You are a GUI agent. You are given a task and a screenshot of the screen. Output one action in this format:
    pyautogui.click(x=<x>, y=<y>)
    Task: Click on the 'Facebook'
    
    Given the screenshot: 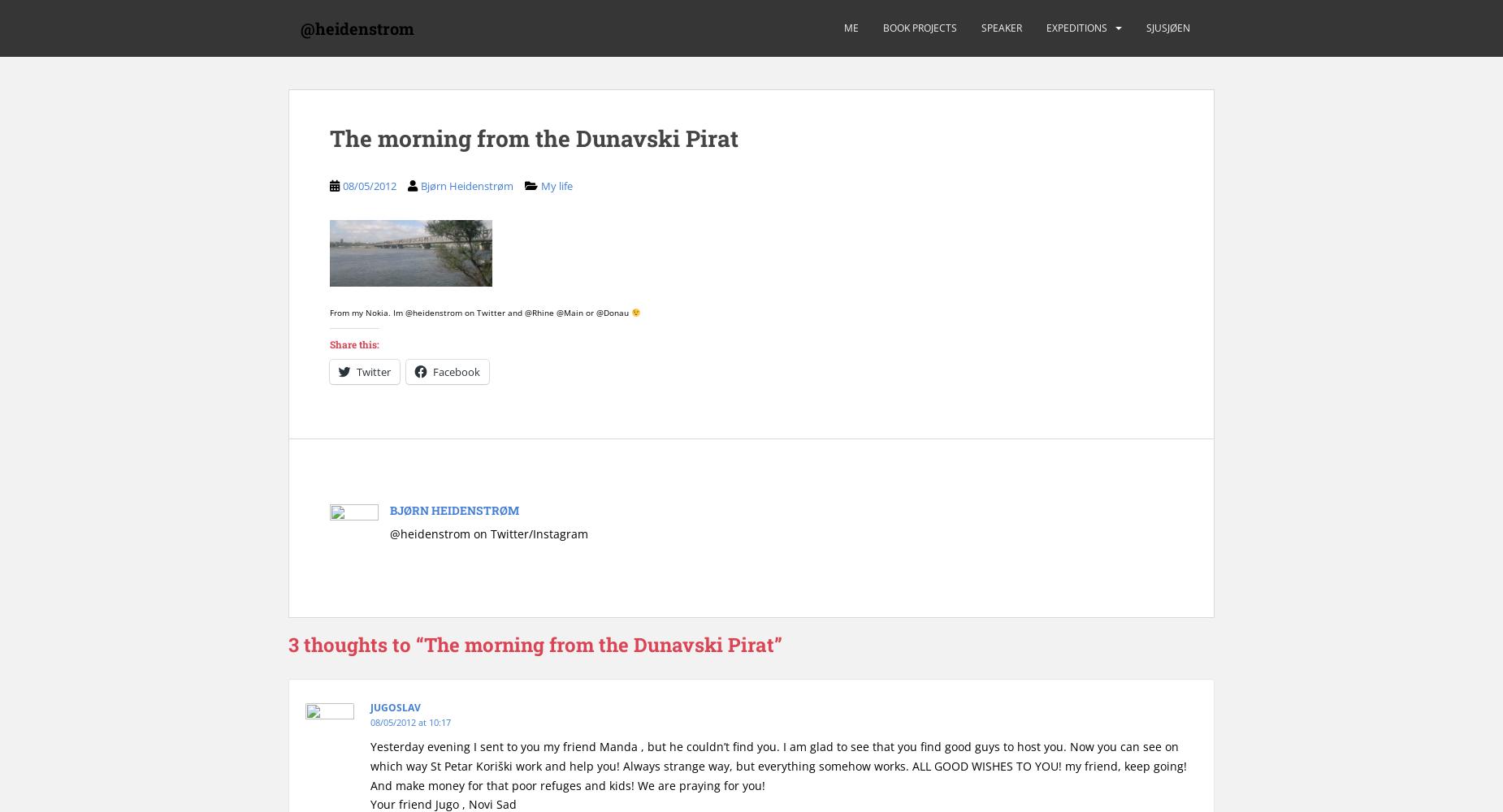 What is the action you would take?
    pyautogui.click(x=457, y=370)
    